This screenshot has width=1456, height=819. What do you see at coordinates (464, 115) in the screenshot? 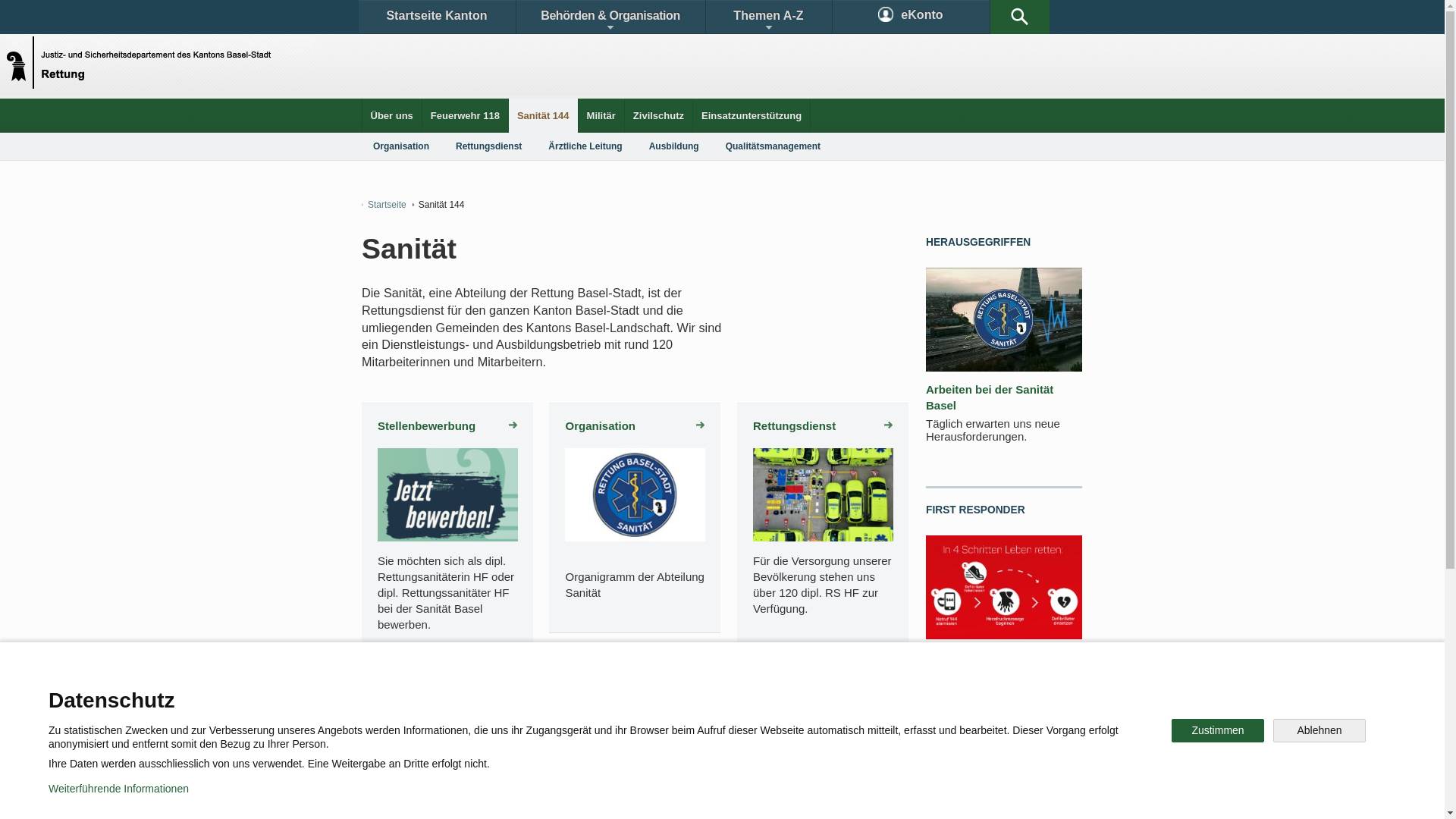
I see `'Feuerwehr 118'` at bounding box center [464, 115].